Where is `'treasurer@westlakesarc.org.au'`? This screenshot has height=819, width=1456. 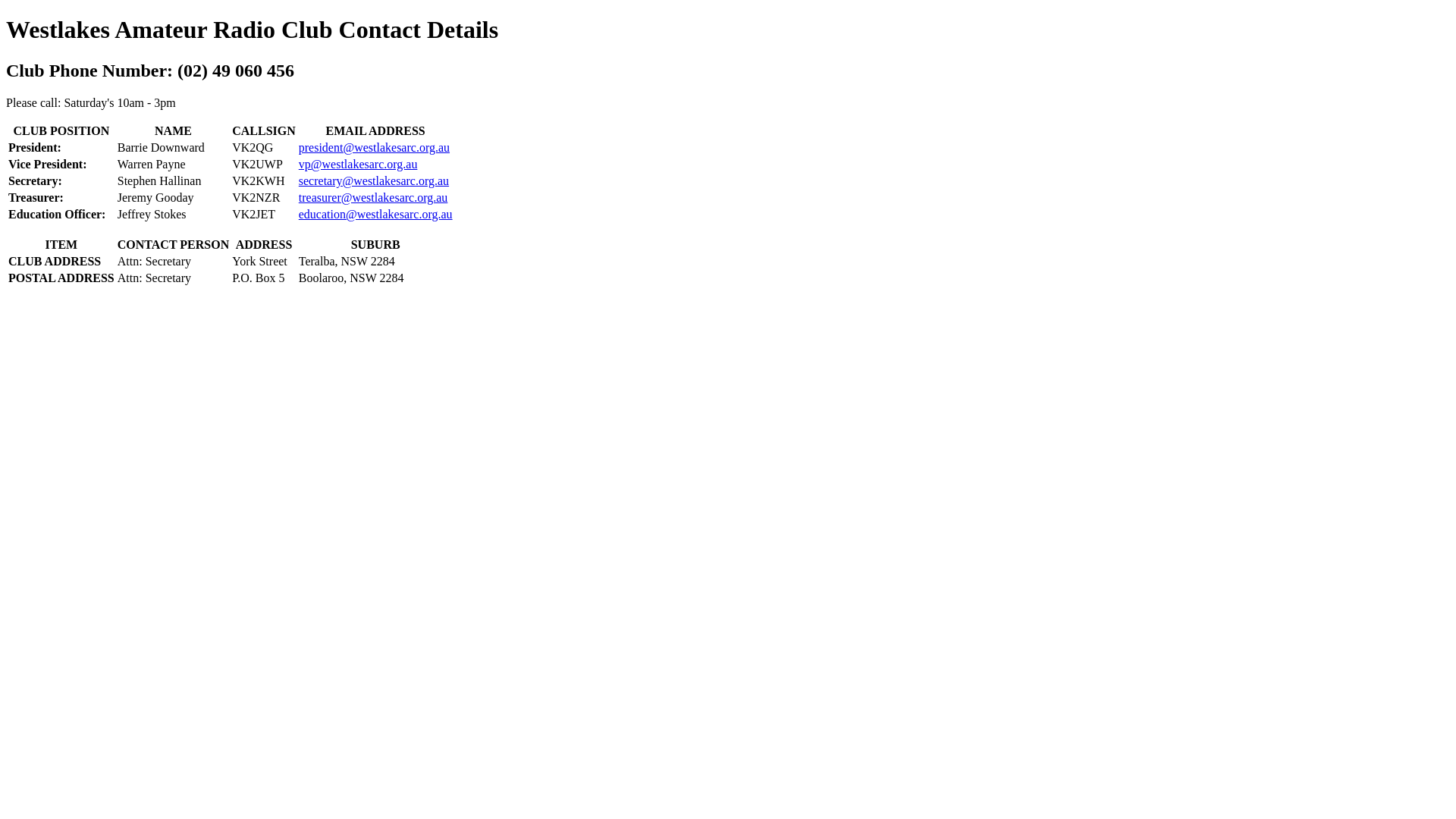 'treasurer@westlakesarc.org.au' is located at coordinates (373, 196).